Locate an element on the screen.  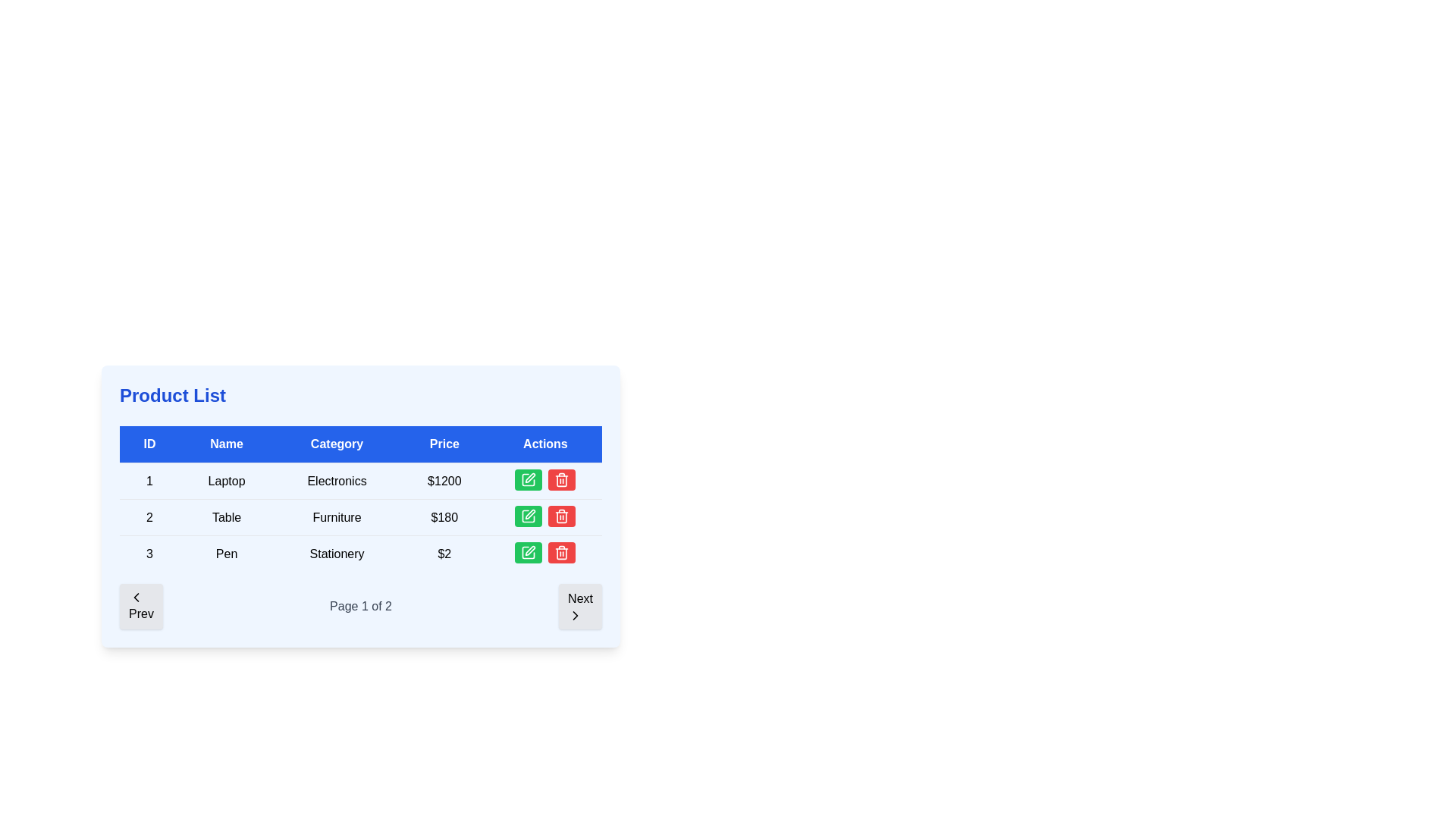
the red delete icon in the actions column of the third row in the product list table is located at coordinates (561, 479).